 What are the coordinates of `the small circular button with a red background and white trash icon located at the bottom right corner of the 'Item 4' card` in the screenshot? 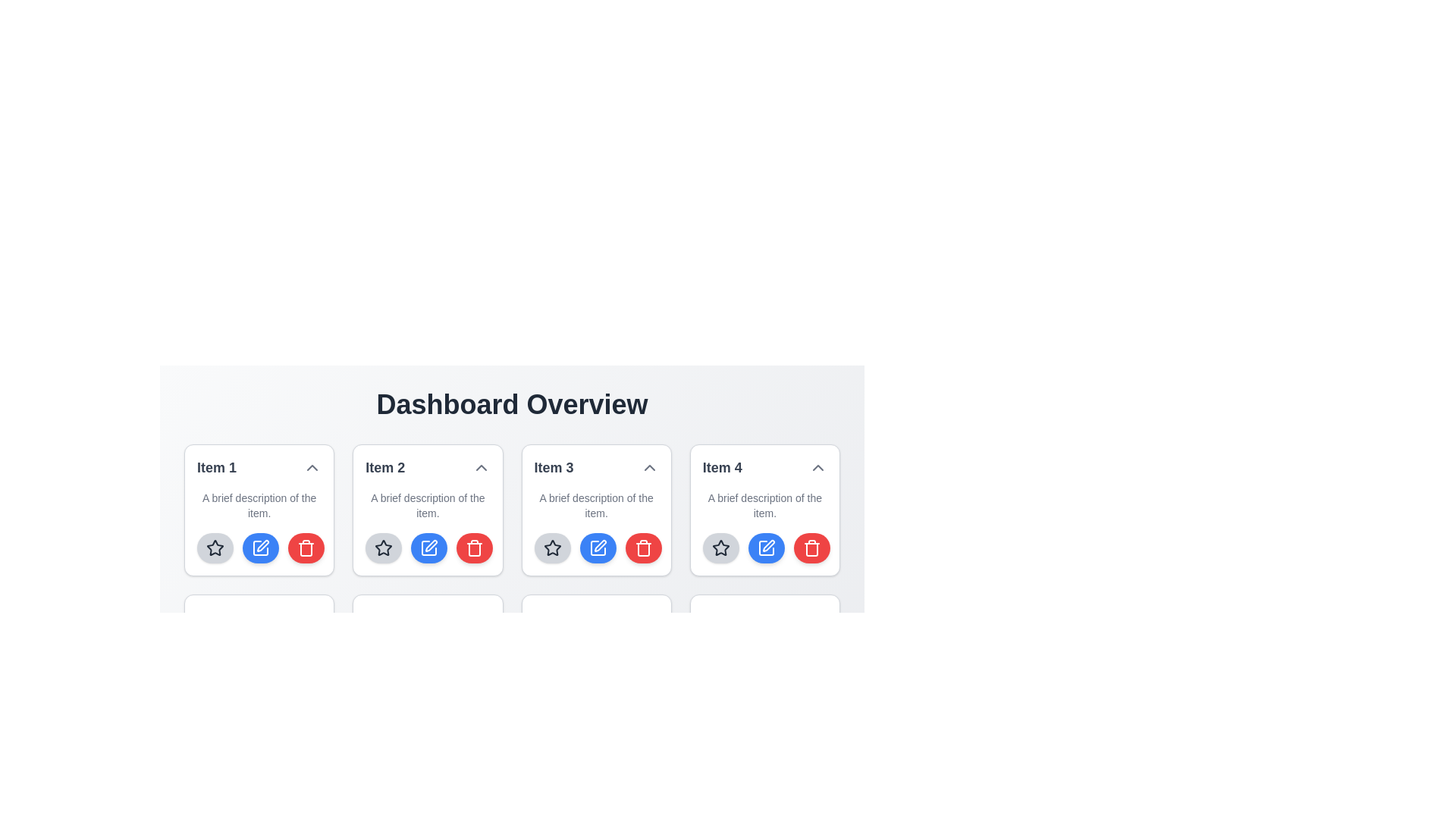 It's located at (811, 548).